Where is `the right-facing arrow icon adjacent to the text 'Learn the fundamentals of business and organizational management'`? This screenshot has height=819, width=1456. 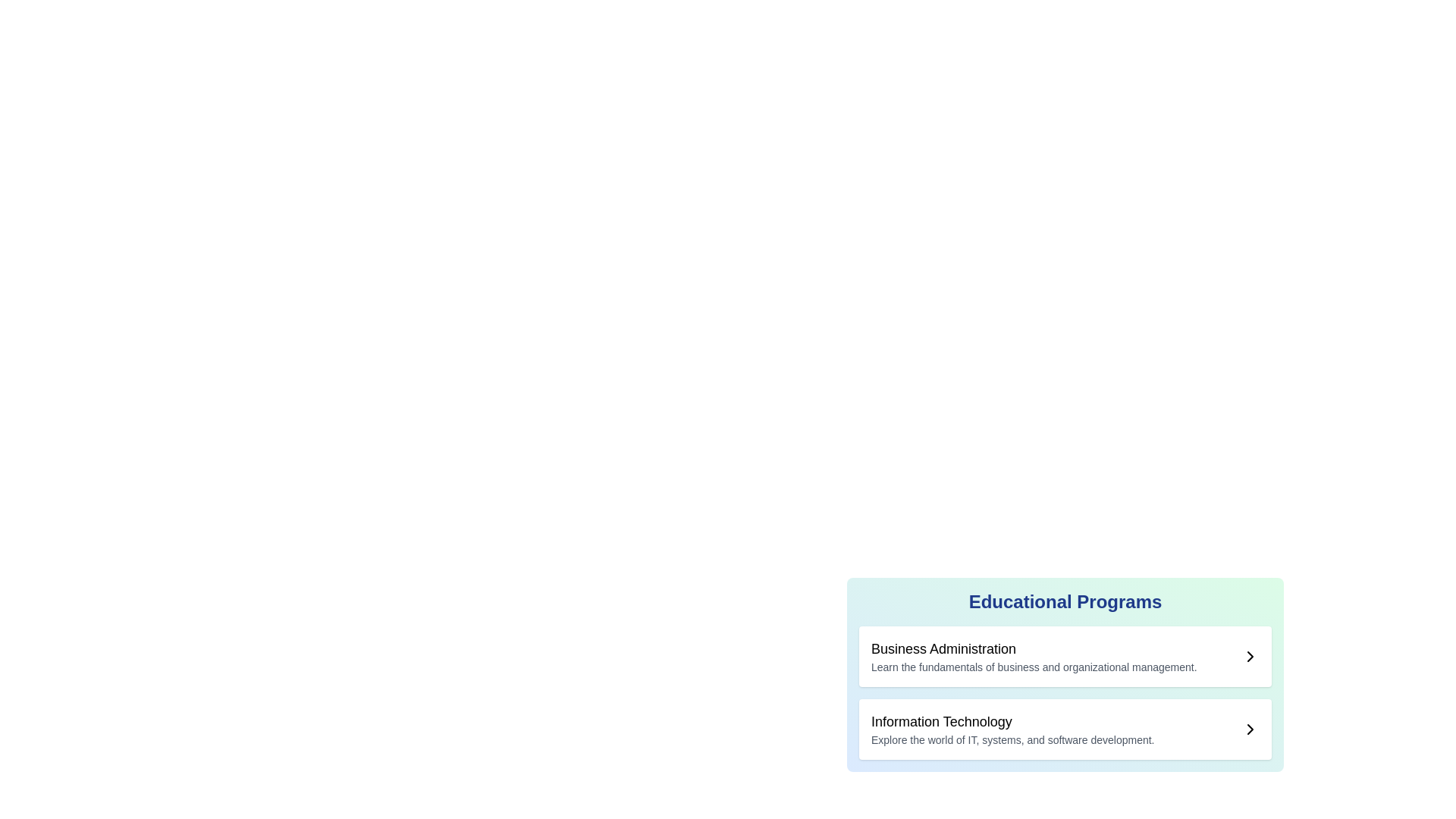 the right-facing arrow icon adjacent to the text 'Learn the fundamentals of business and organizational management' is located at coordinates (1250, 656).